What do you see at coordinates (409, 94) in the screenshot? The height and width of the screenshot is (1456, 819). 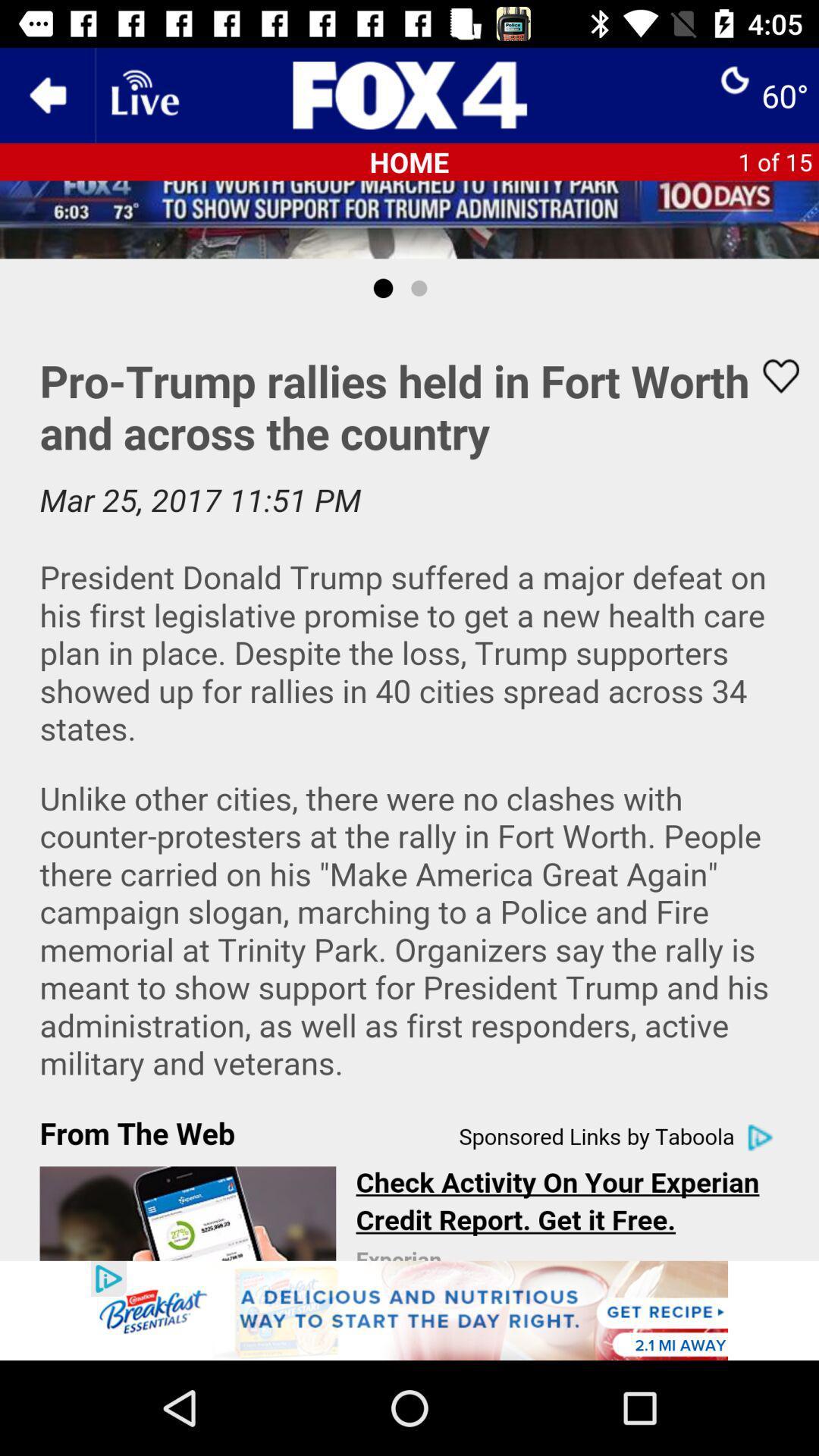 I see `switch home option` at bounding box center [409, 94].